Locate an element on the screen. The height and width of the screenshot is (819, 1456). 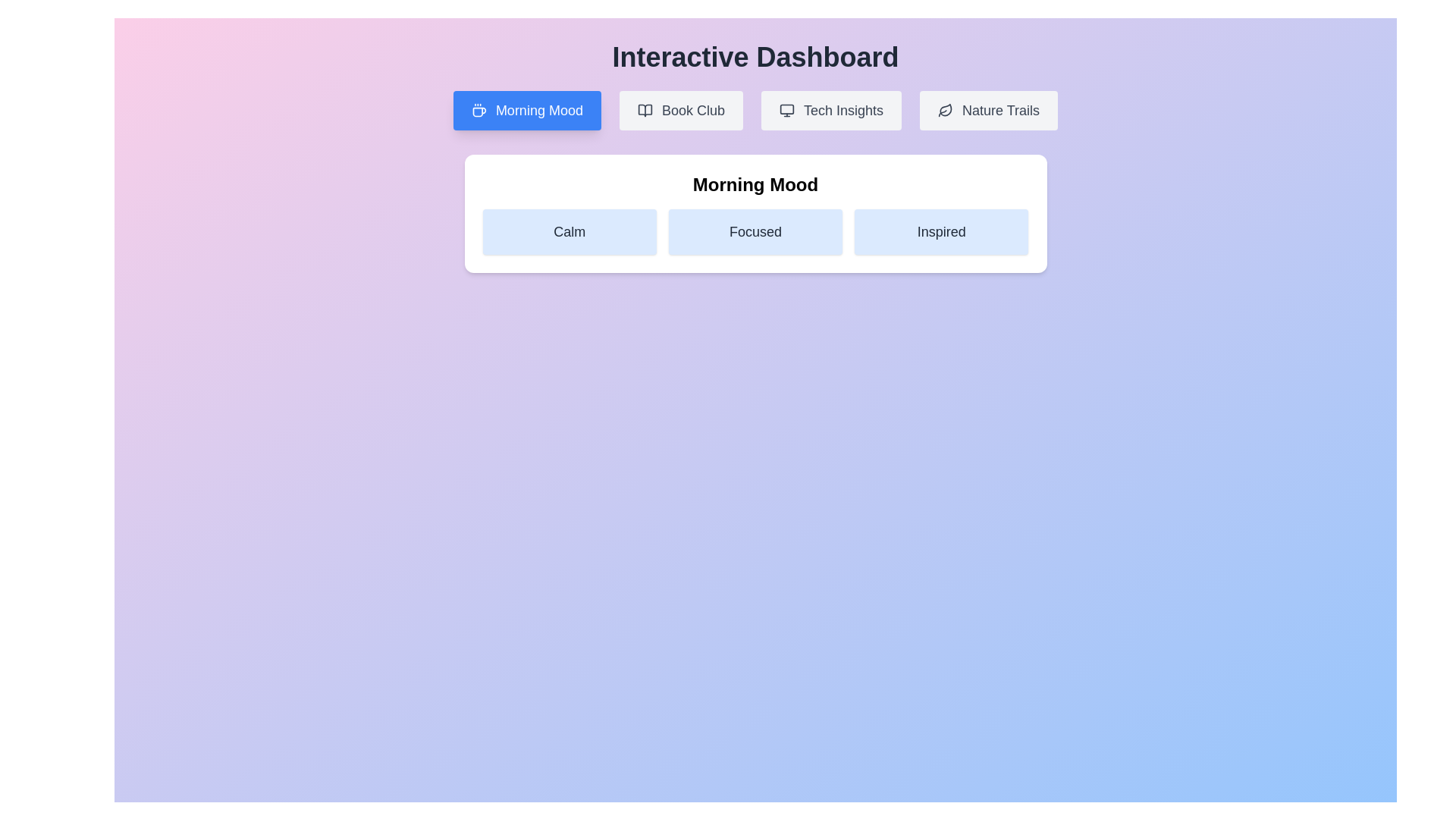
the 'Calm' mood button-like label, which is the first item in a row of three mood selection elements located below the 'Morning Mood' heading is located at coordinates (569, 231).